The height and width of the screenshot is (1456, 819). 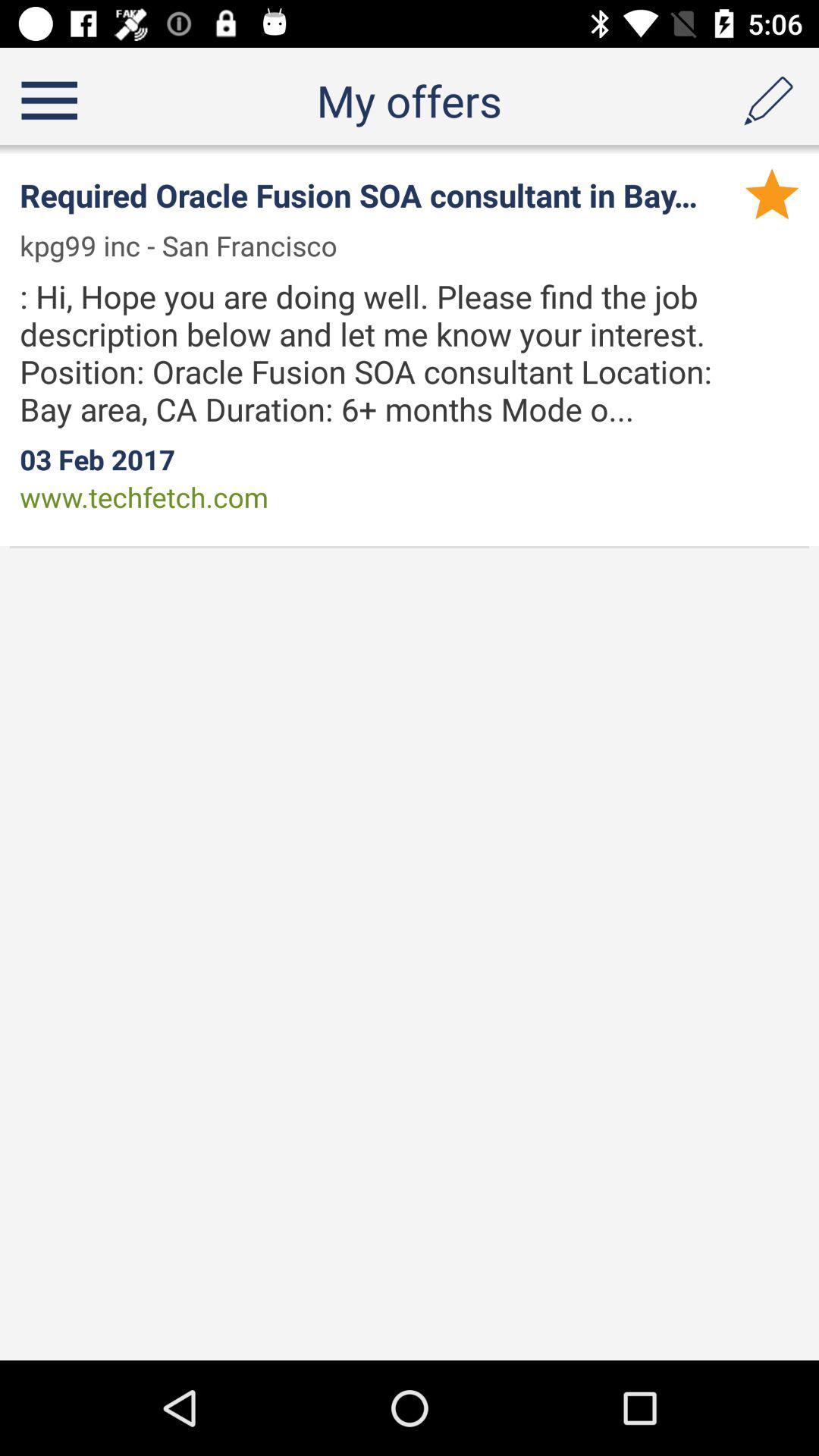 I want to click on the 03 feb 2017 app, so click(x=97, y=458).